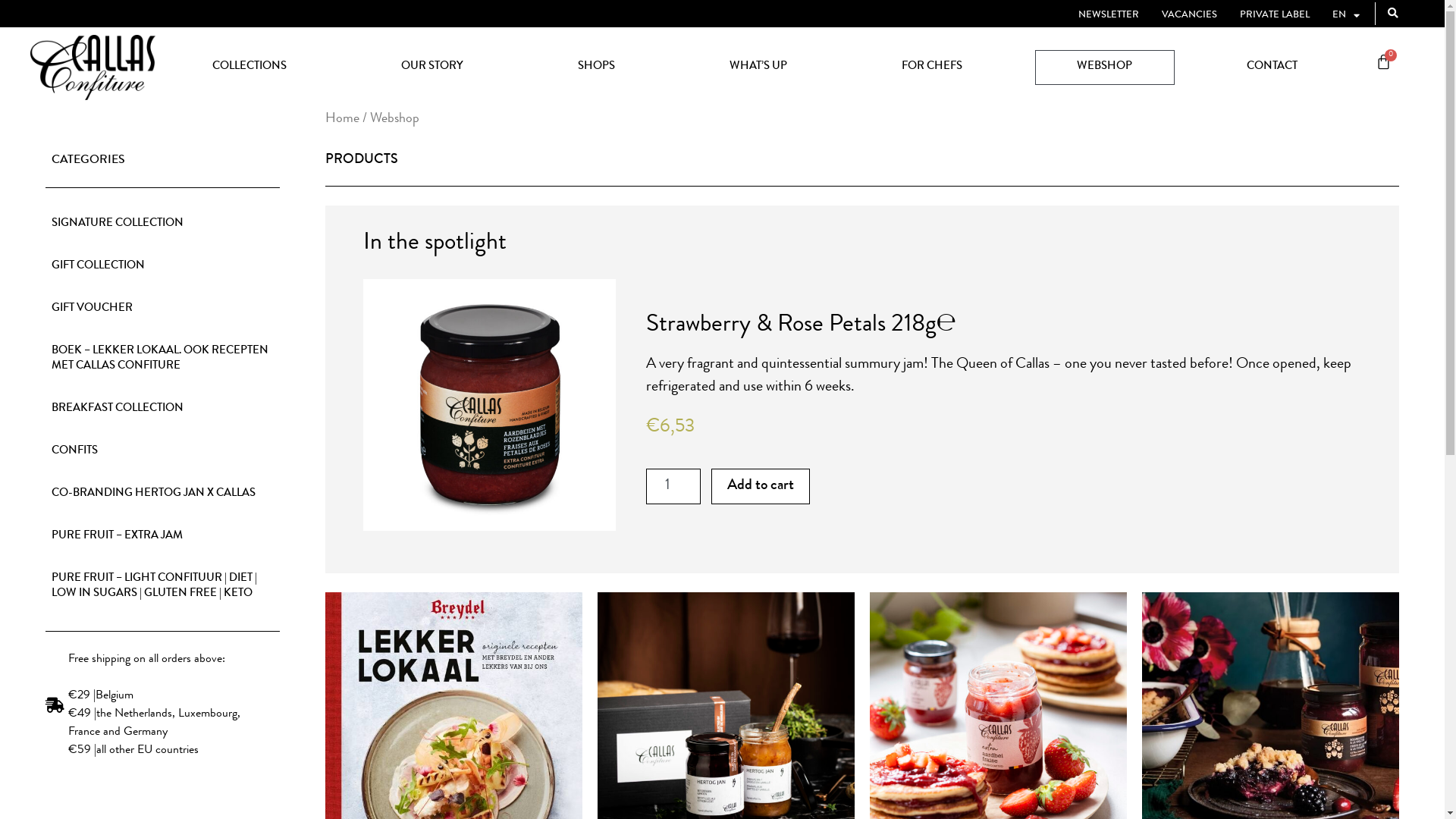  I want to click on 'COLLECTIONS', so click(249, 66).